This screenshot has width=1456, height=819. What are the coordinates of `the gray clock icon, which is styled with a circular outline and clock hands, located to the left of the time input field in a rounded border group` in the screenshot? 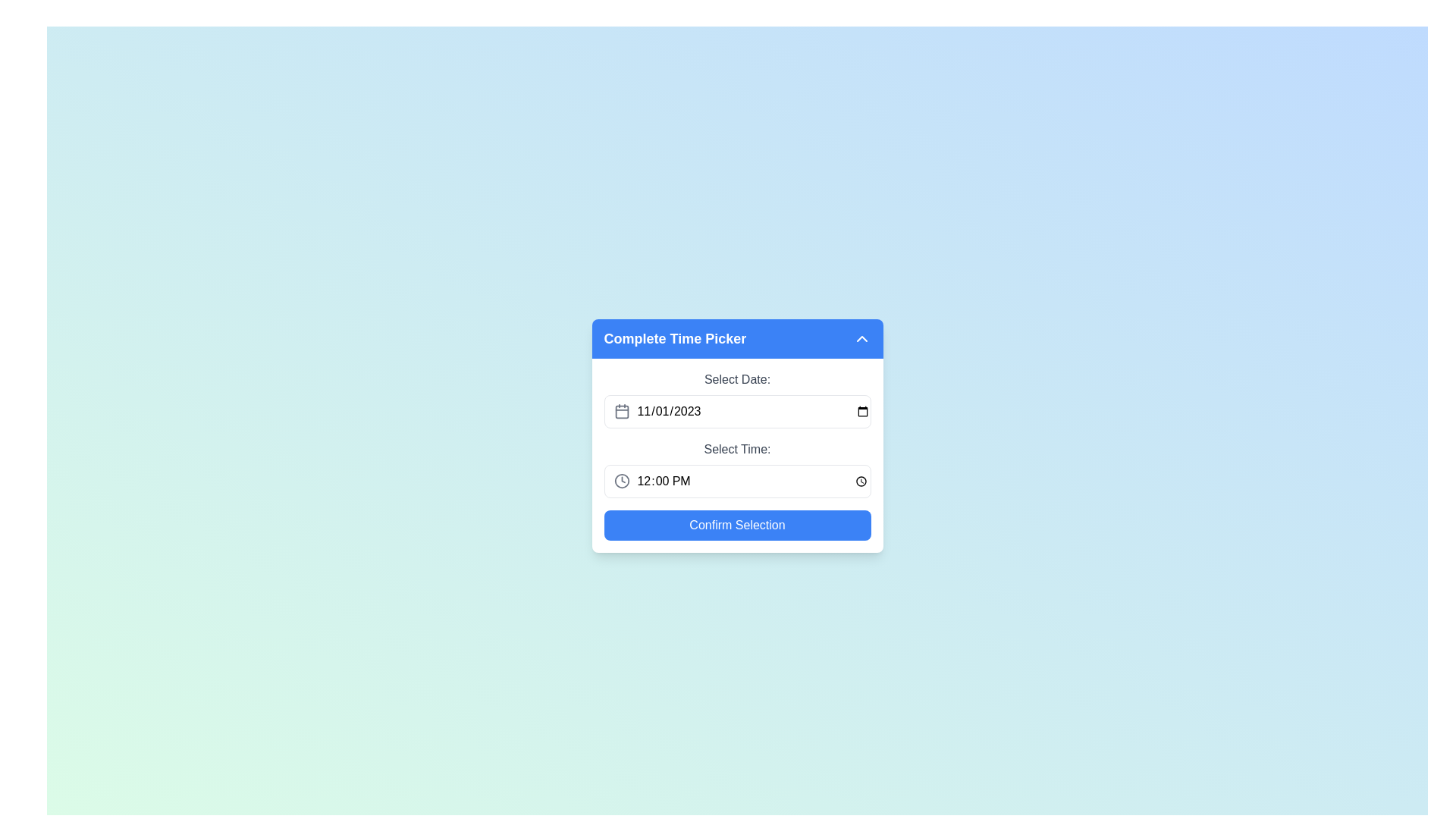 It's located at (622, 482).